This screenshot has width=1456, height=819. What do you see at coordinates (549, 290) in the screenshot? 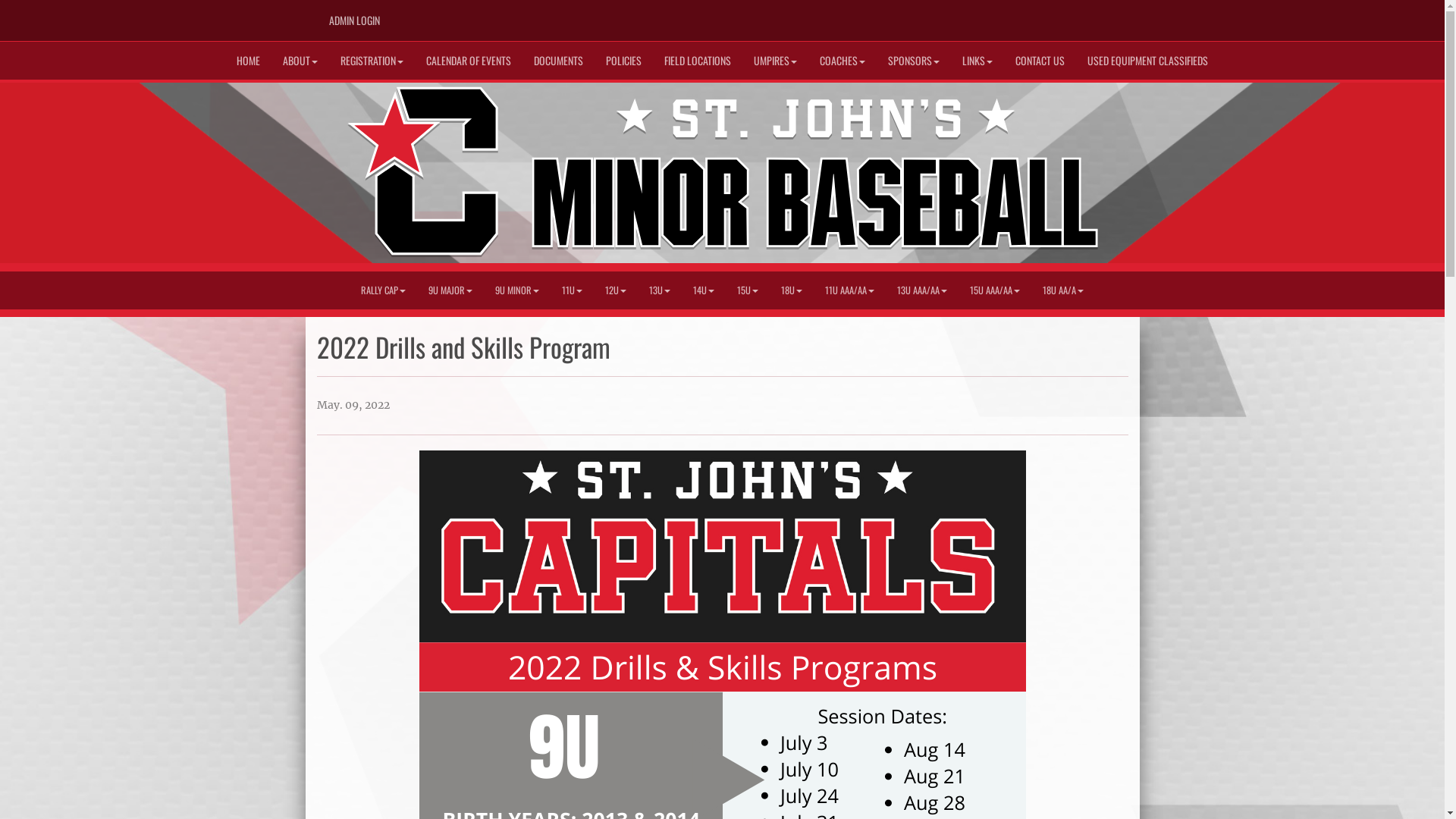
I see `'11U'` at bounding box center [549, 290].